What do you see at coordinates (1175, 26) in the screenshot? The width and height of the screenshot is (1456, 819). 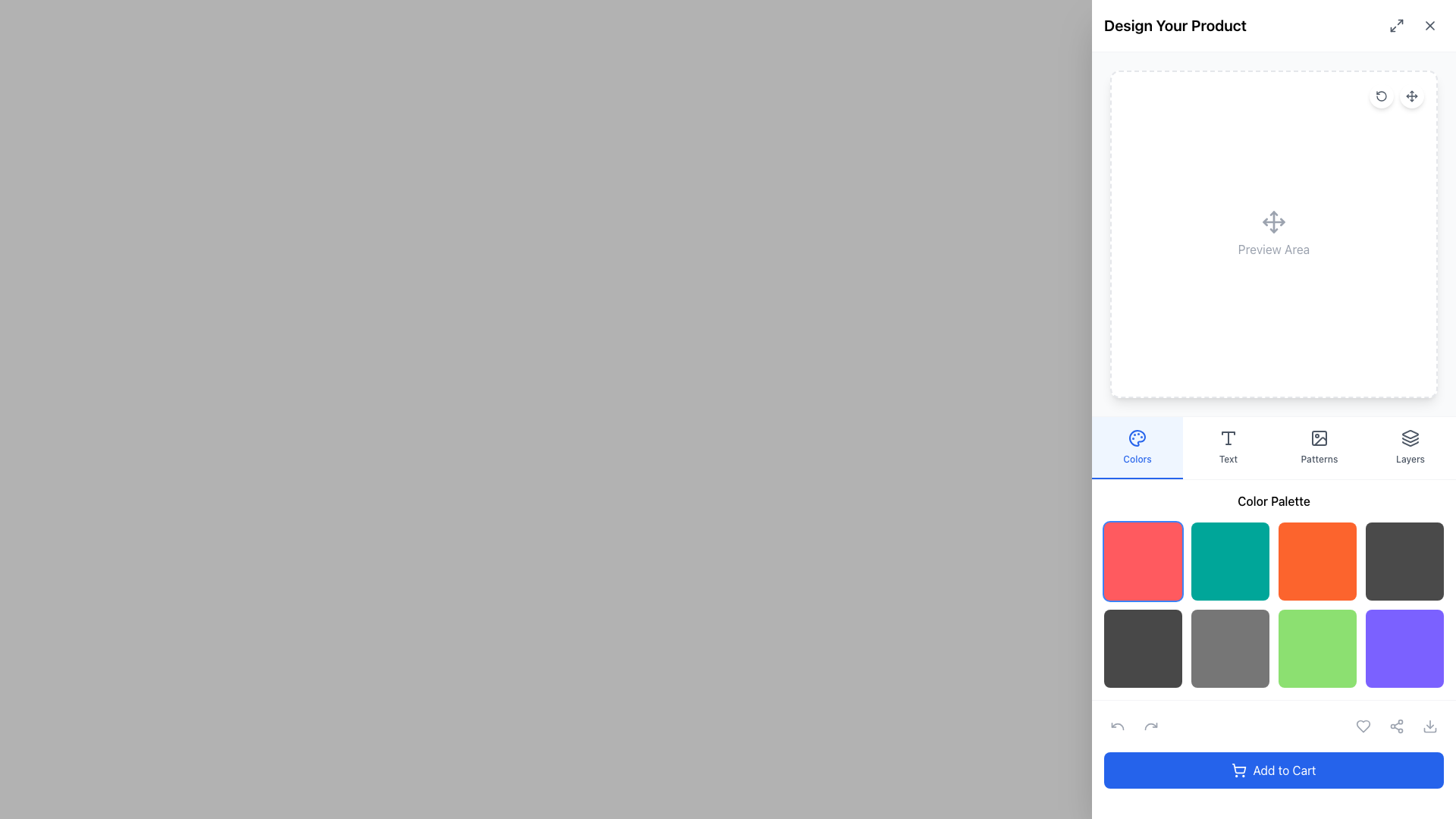 I see `the textual label 'Design Your Product' which is styled in a bold, large font and located at the top of the right-side panel` at bounding box center [1175, 26].